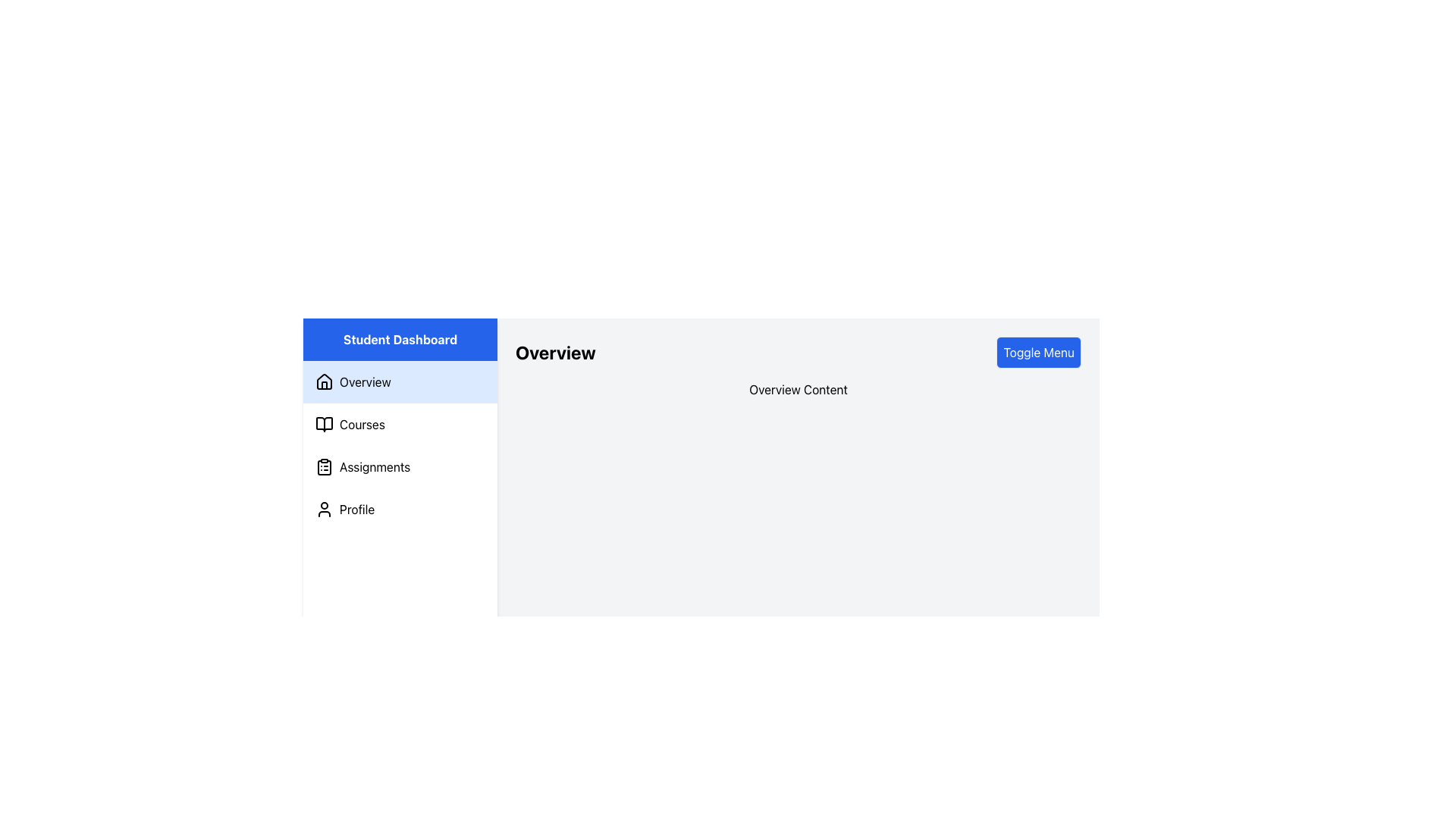  Describe the element at coordinates (554, 353) in the screenshot. I see `the bold 'Overview' text label, which is displayed in large size and black color, located in a light gray background area, positioned at the upper-center part of the main content area` at that location.